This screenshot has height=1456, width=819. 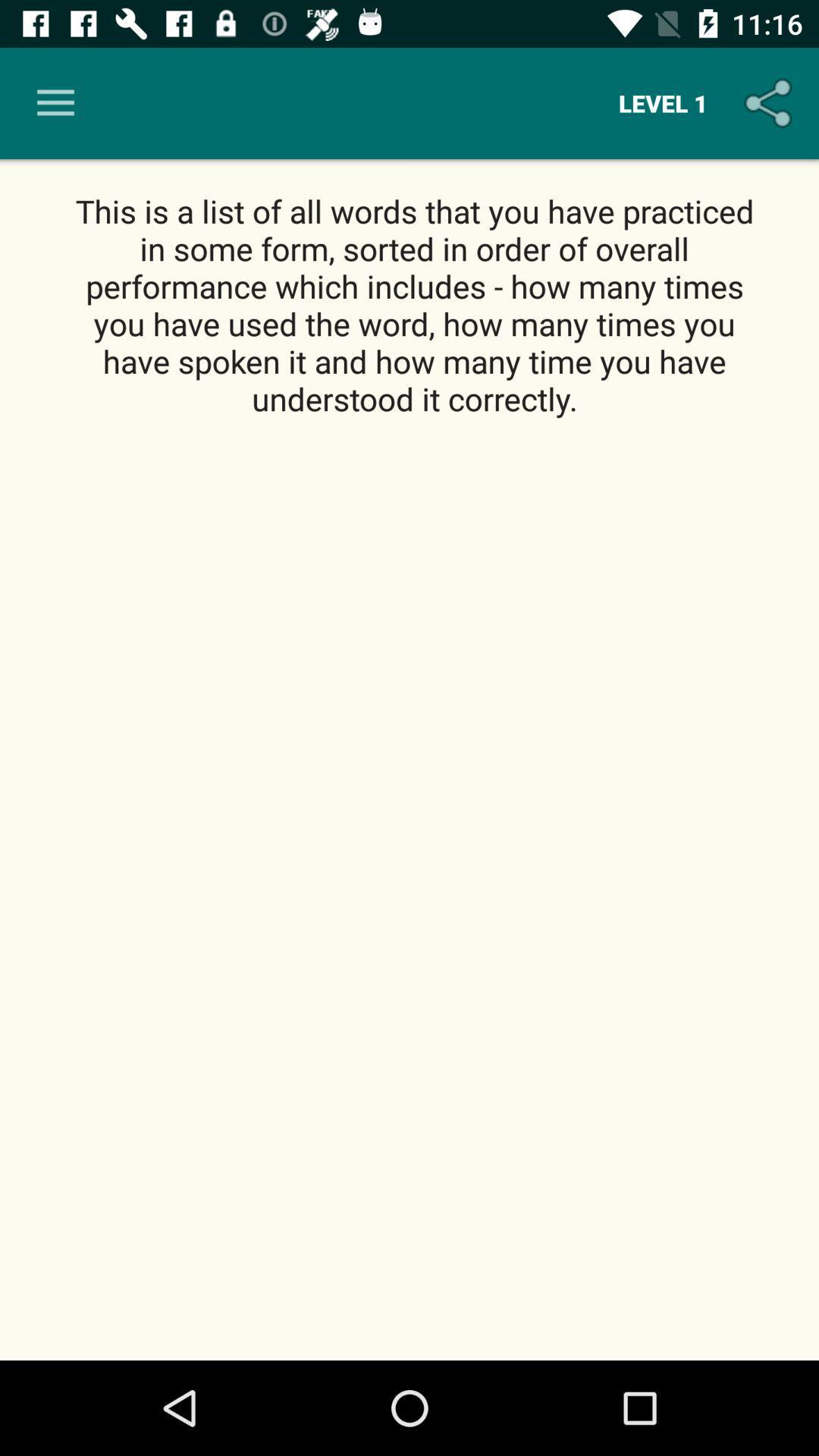 I want to click on icon below the this is a icon, so click(x=409, y=890).